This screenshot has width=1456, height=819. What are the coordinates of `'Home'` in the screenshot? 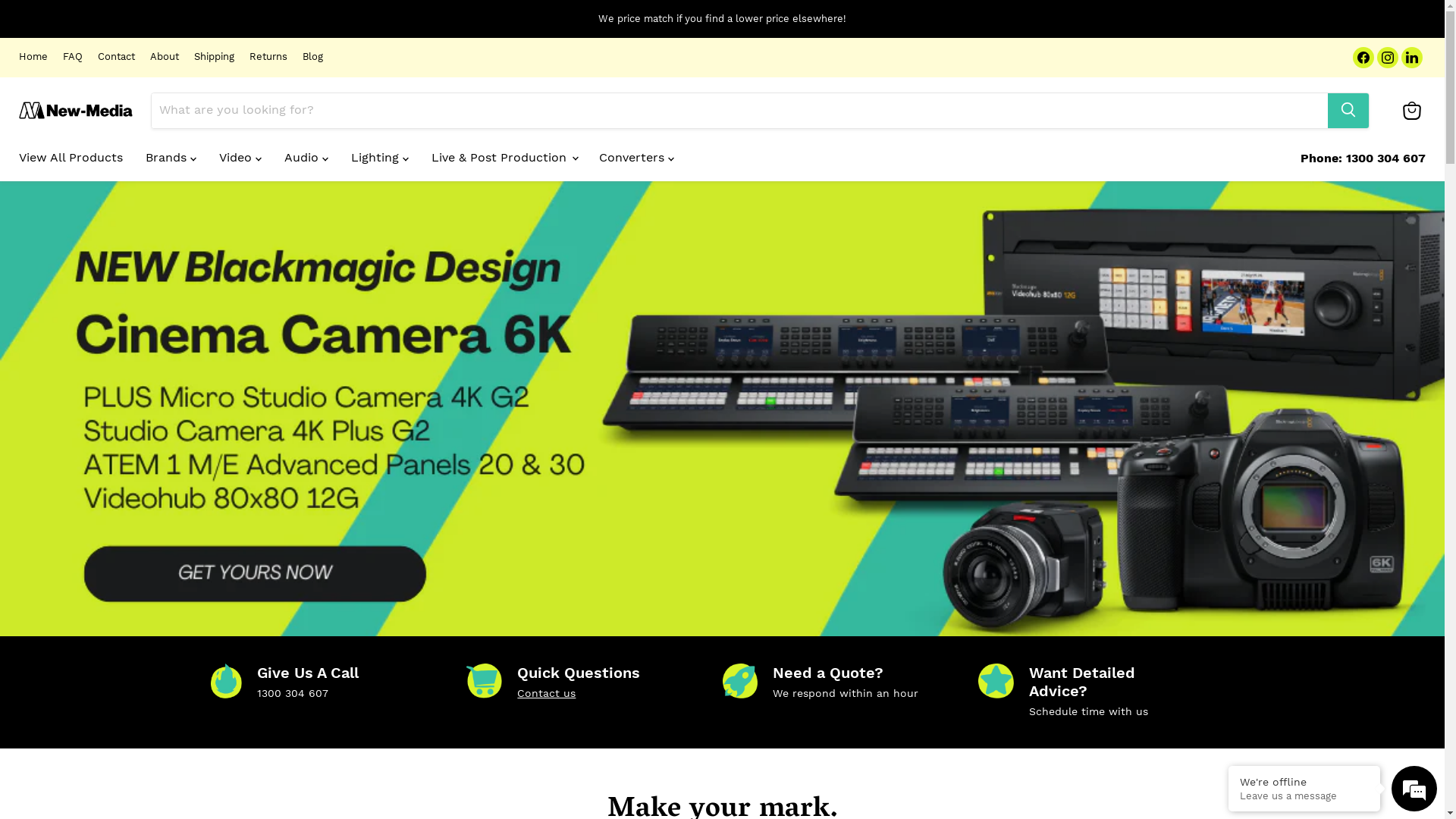 It's located at (33, 56).